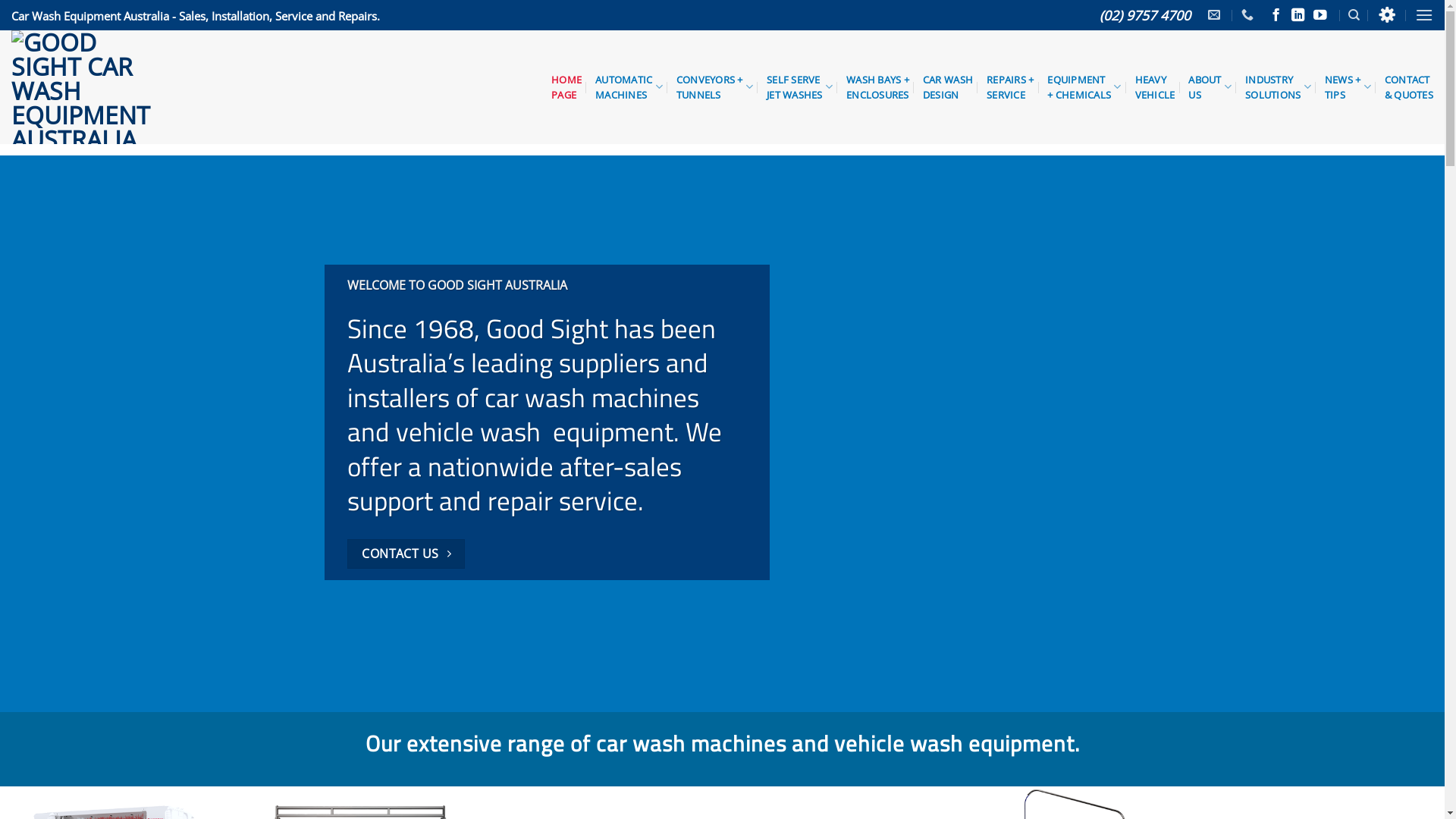 This screenshot has width=1456, height=819. I want to click on 'HOME, so click(566, 87).